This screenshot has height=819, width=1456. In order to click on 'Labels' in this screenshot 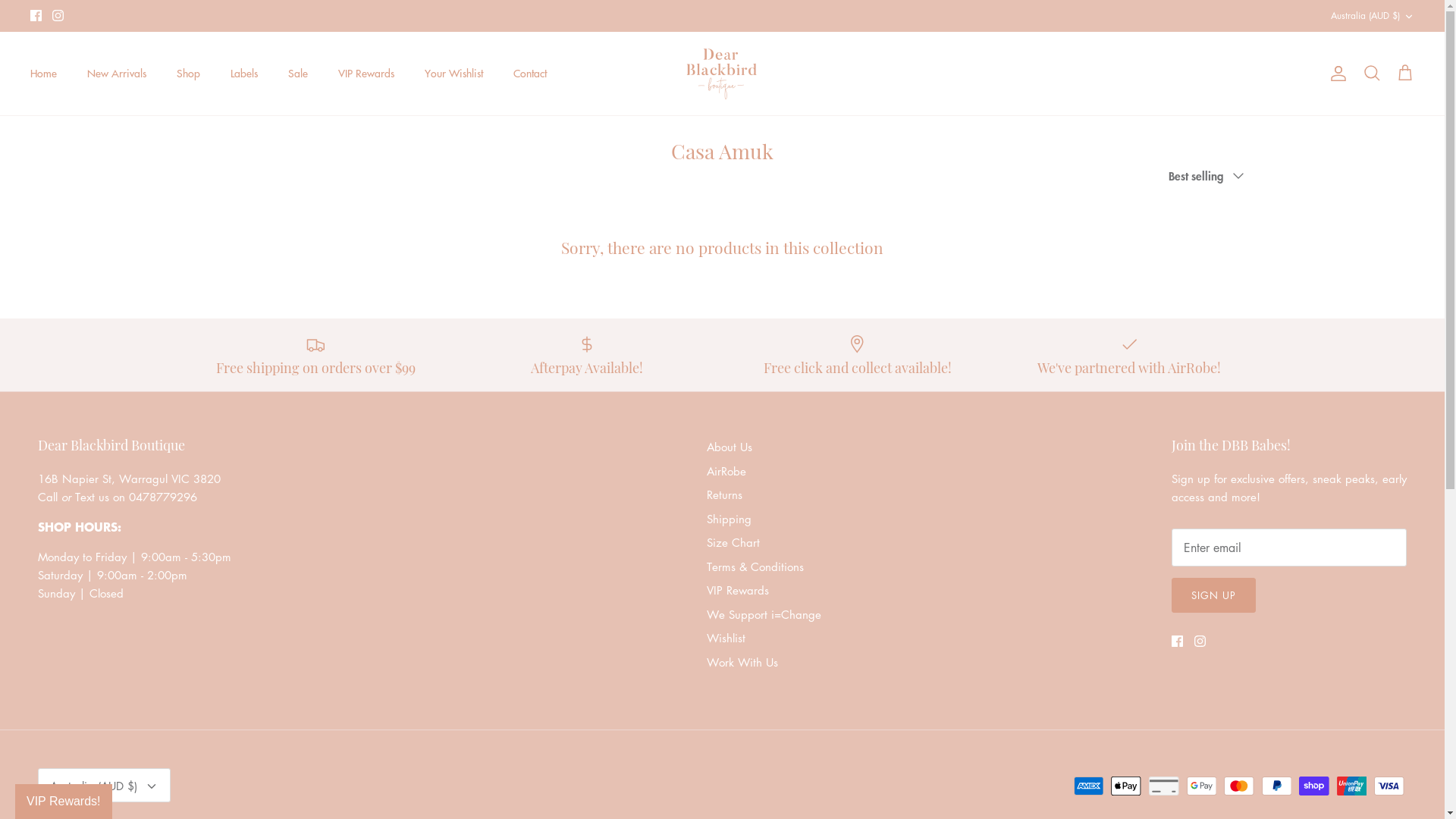, I will do `click(243, 73)`.